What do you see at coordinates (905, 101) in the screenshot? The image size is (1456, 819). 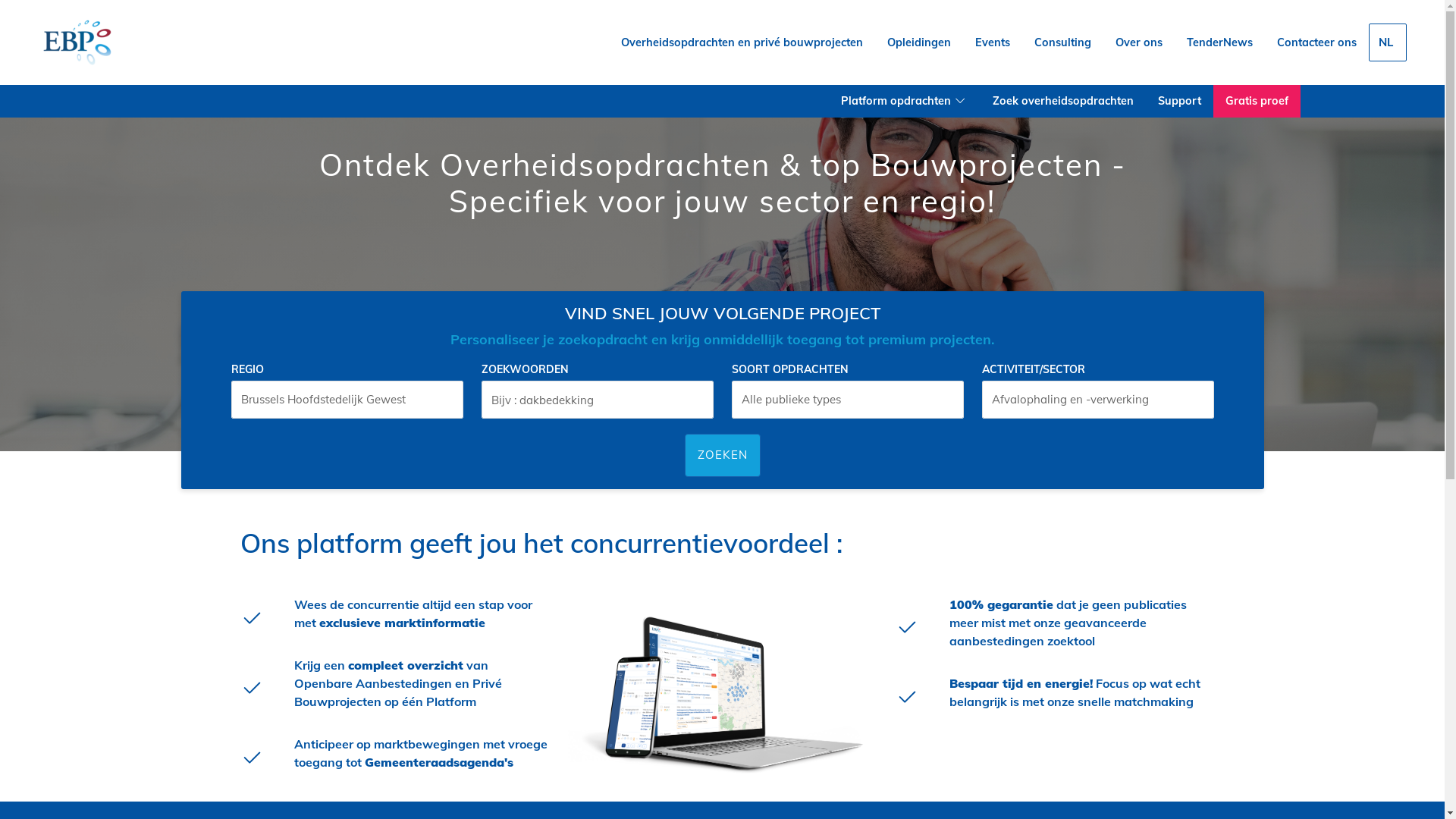 I see `'Platform opdrachten'` at bounding box center [905, 101].